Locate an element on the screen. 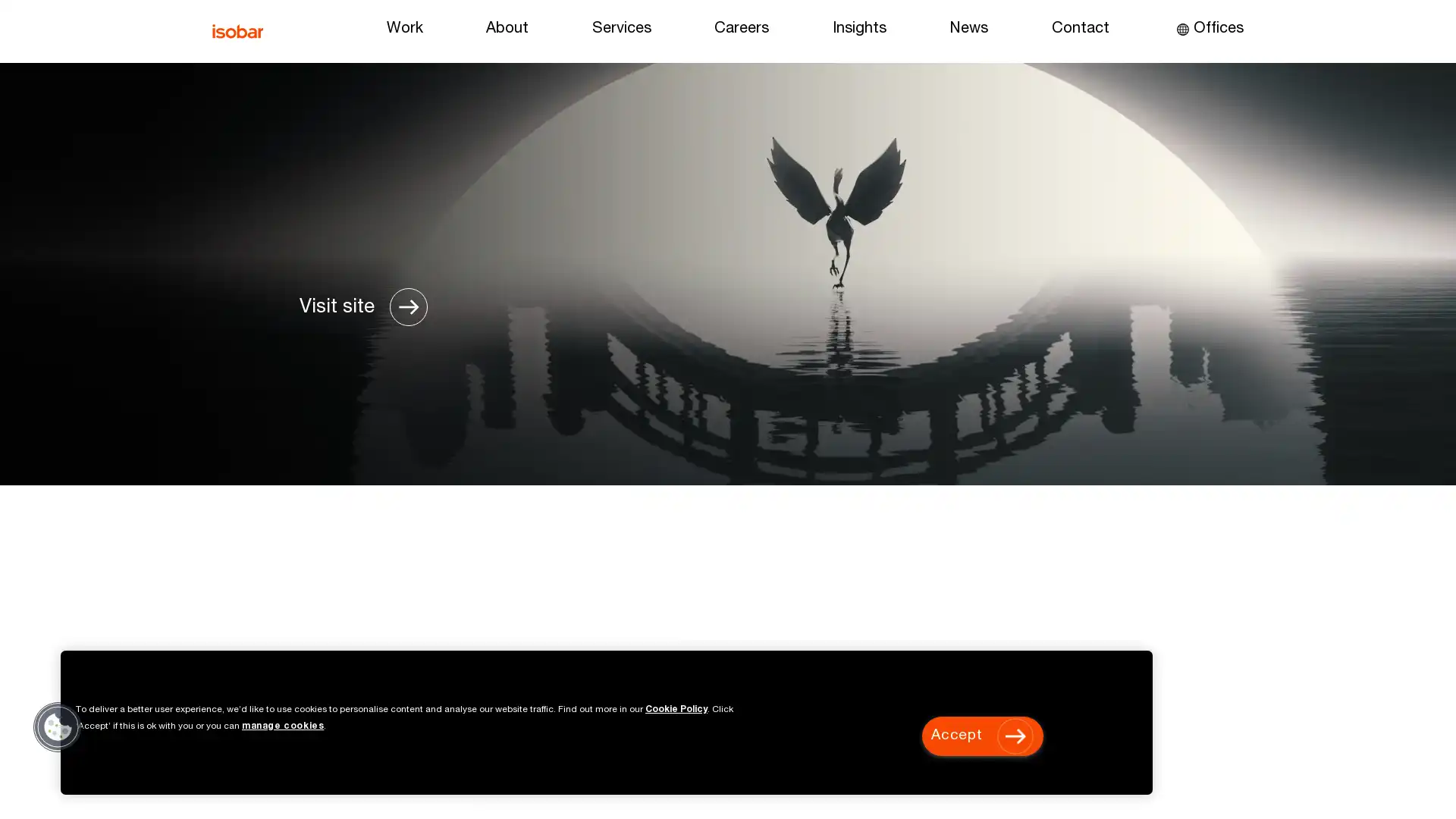 This screenshot has width=1456, height=819. Accept is located at coordinates (982, 736).